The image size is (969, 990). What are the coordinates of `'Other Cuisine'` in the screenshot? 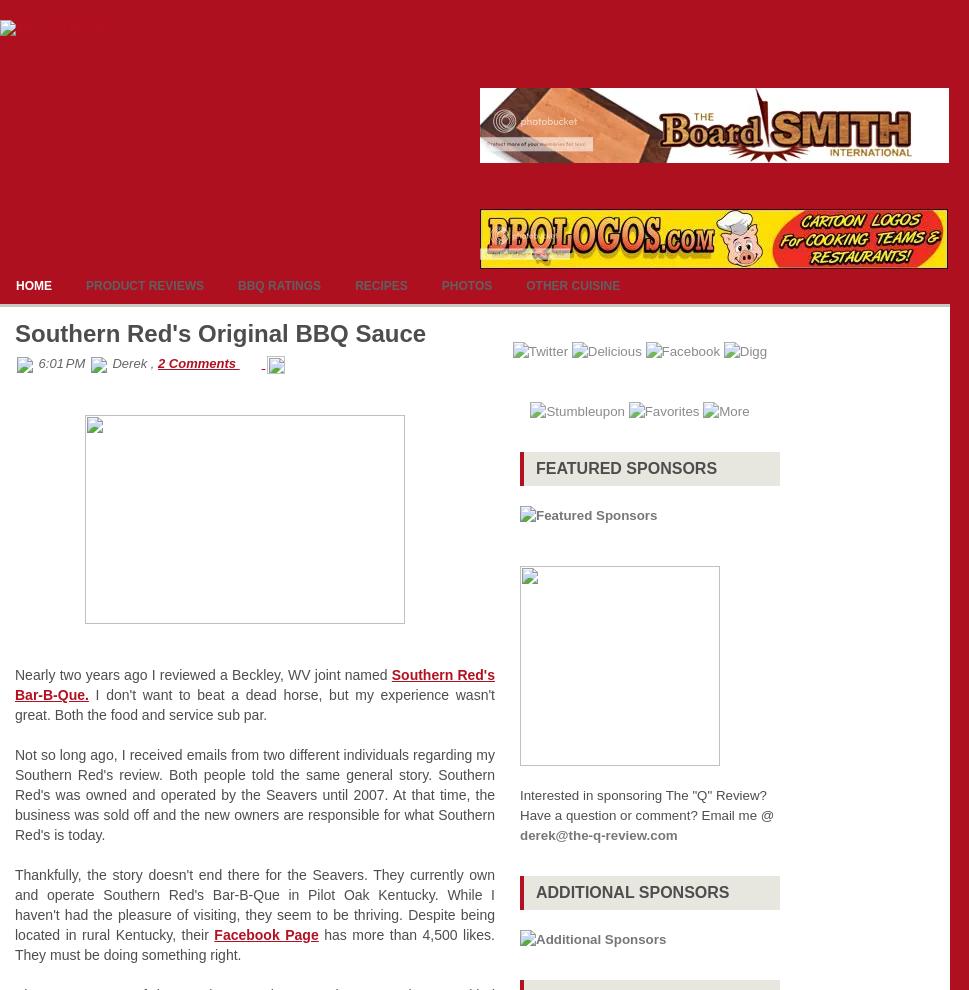 It's located at (572, 286).